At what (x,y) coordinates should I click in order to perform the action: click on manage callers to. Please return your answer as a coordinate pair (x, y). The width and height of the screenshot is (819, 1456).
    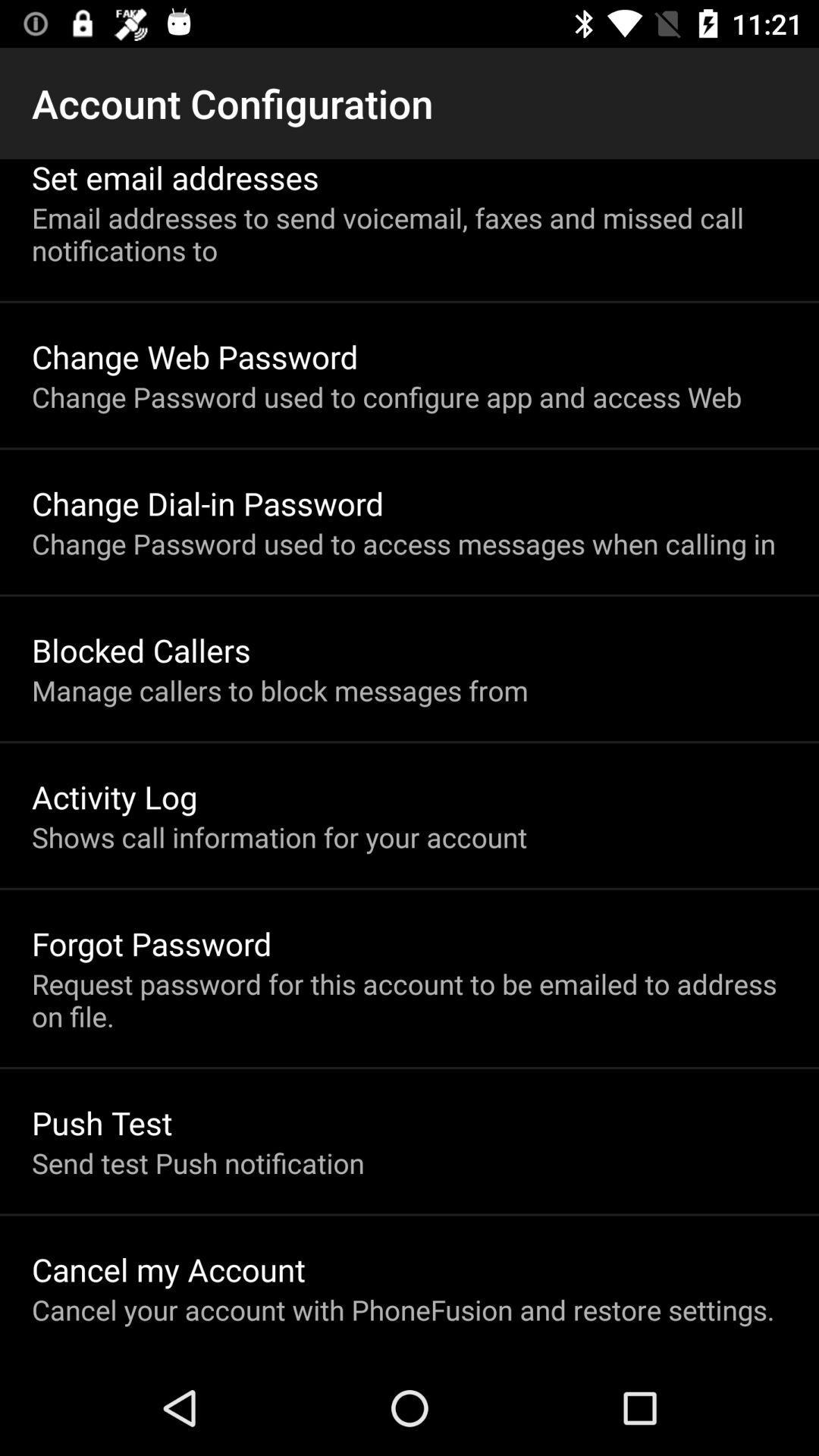
    Looking at the image, I should click on (280, 689).